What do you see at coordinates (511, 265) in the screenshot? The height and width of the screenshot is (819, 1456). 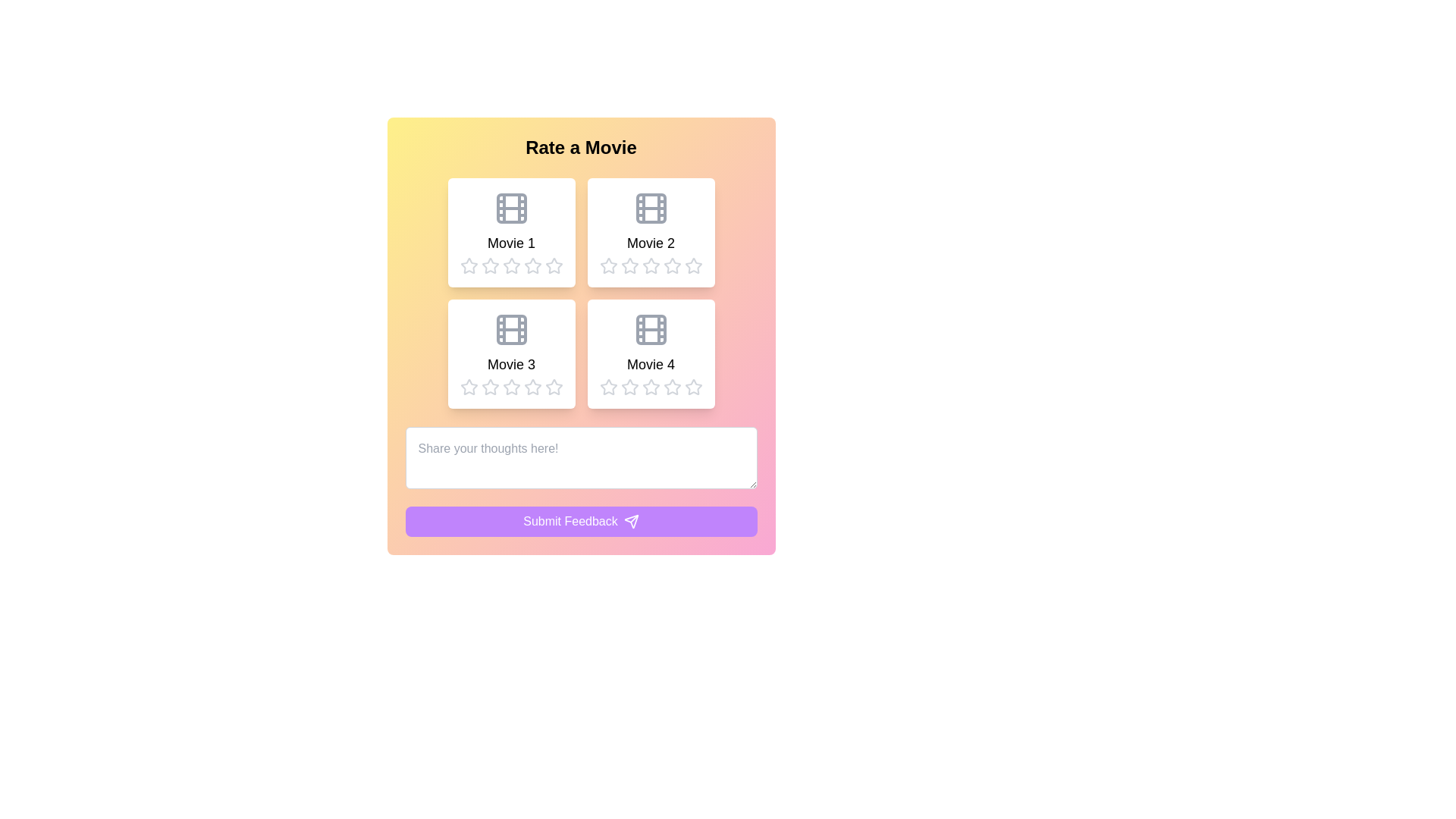 I see `the star icon with a hollow outline and light gray color, which is the second star from the left` at bounding box center [511, 265].